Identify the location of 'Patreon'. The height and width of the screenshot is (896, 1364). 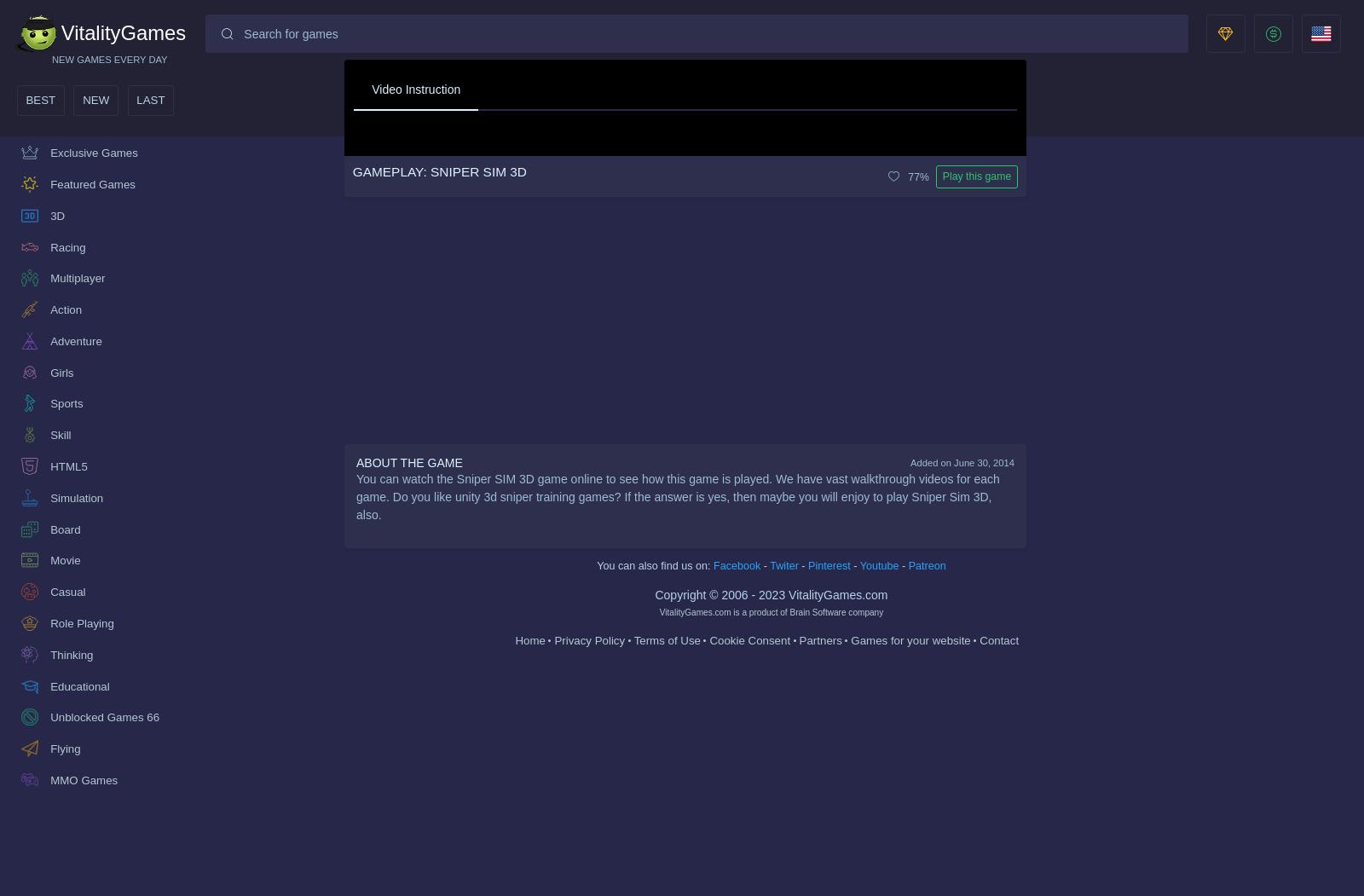
(927, 566).